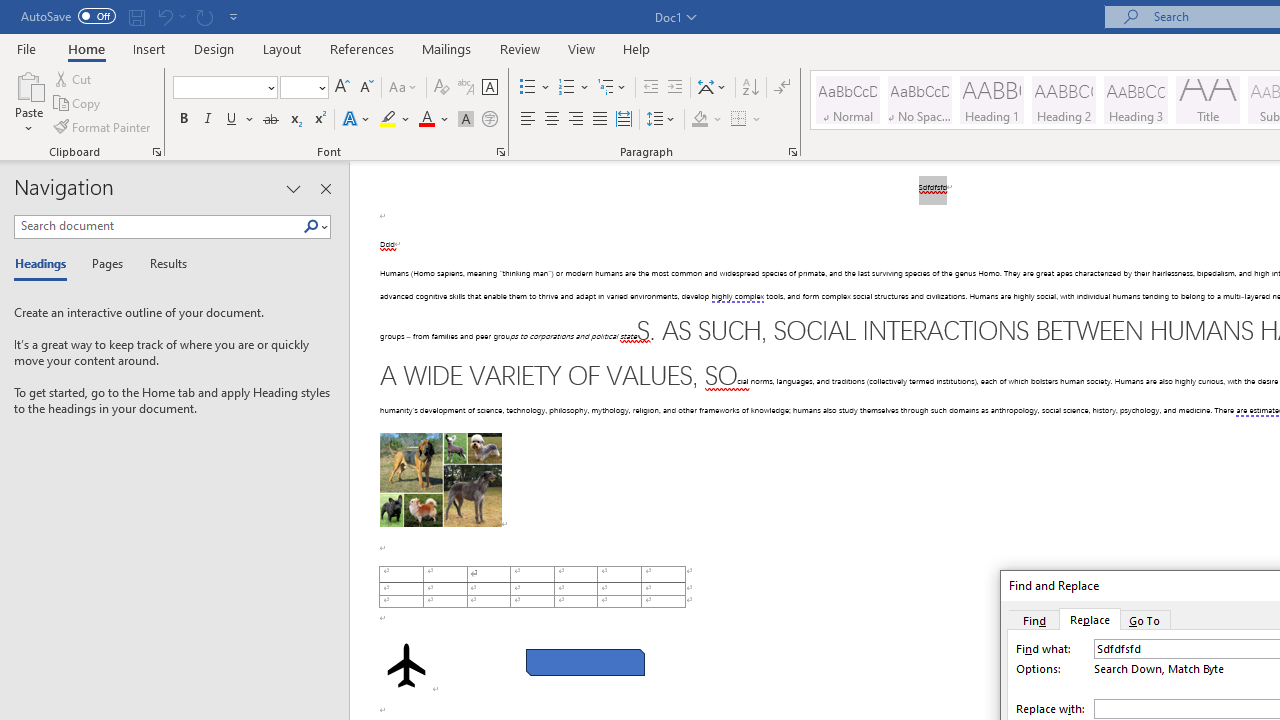  I want to click on 'Character Border', so click(489, 86).